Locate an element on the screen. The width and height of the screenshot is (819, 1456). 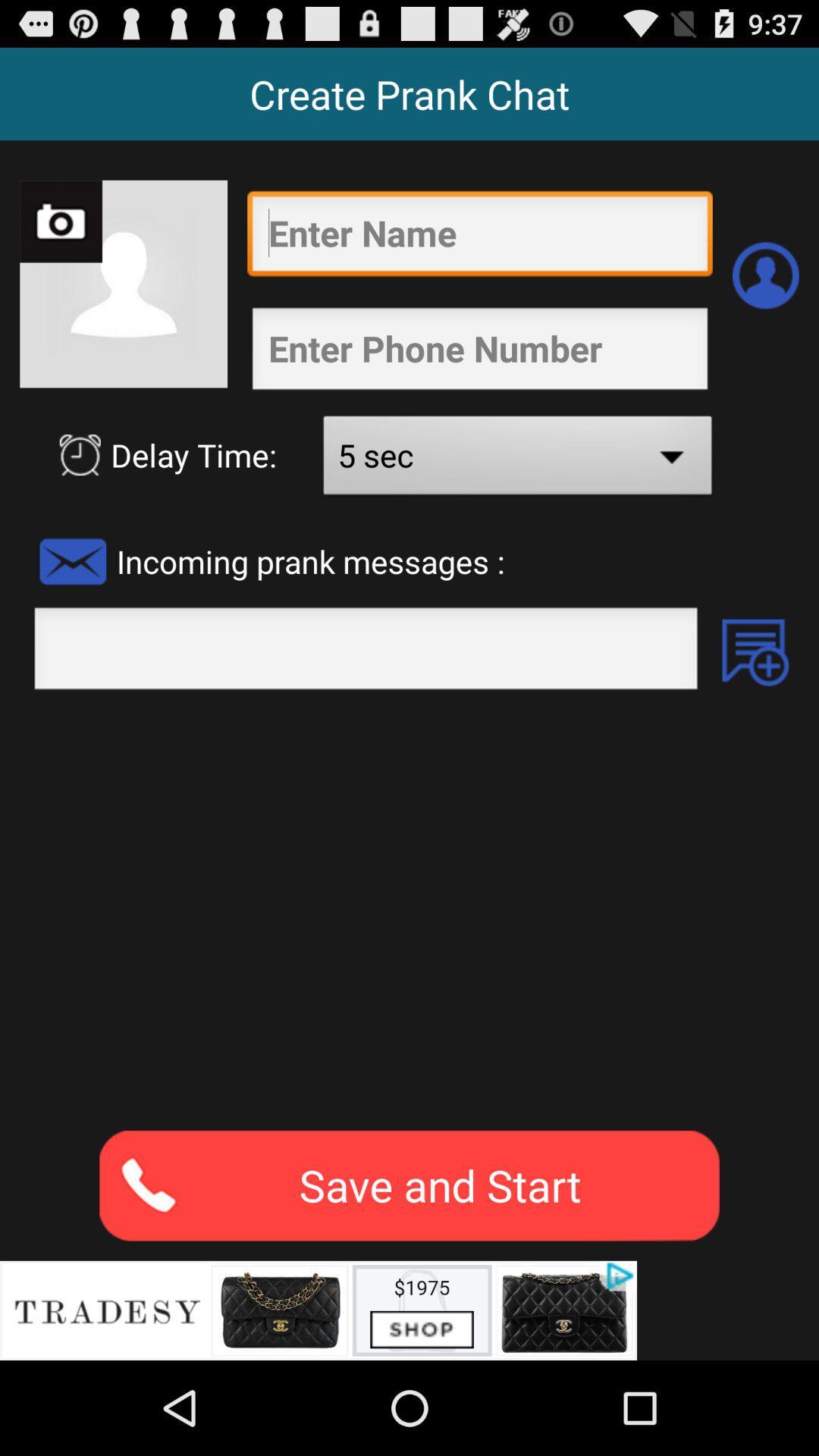
description is located at coordinates (409, 910).